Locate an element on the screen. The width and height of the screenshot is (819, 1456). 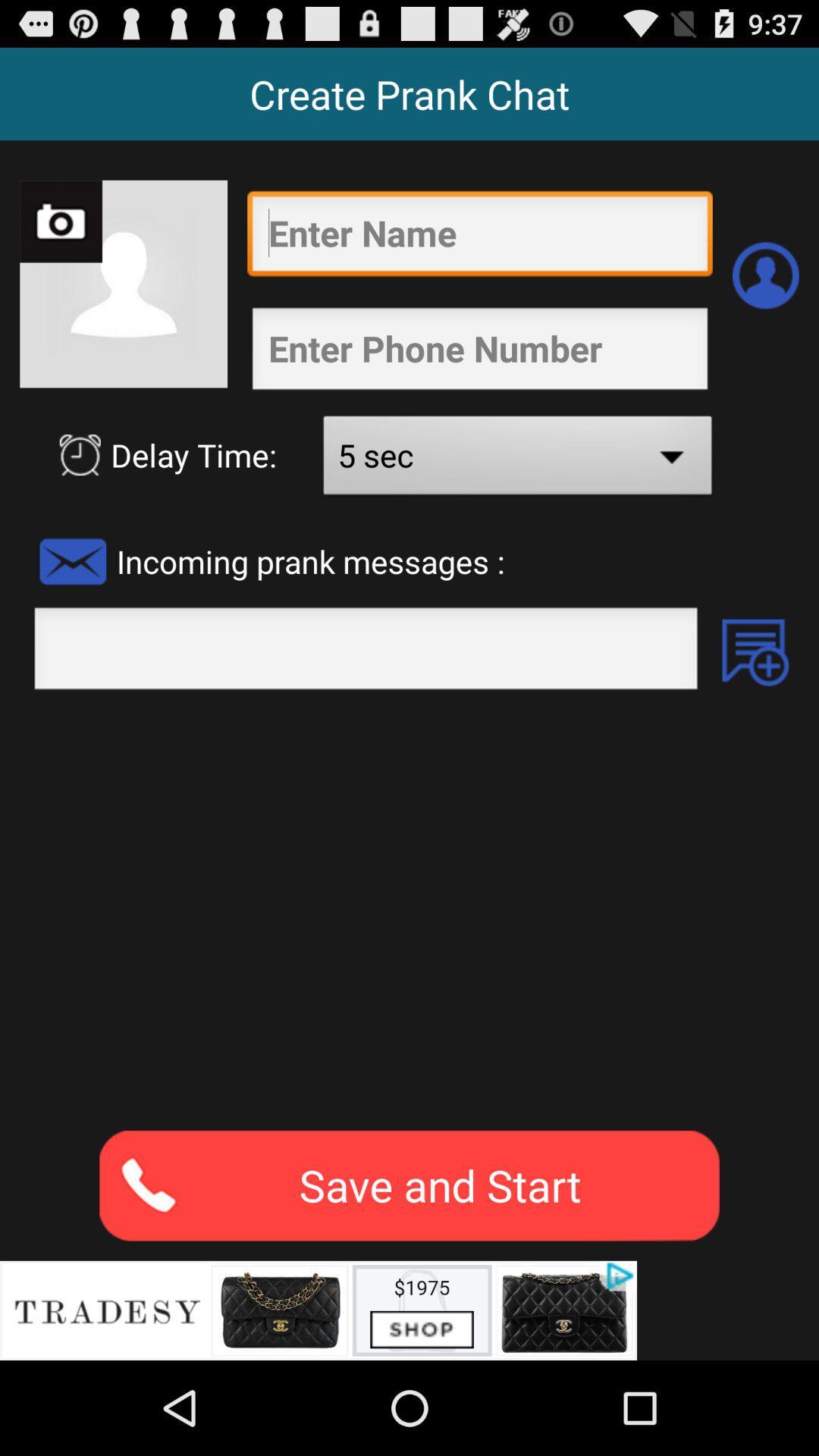
description is located at coordinates (409, 910).